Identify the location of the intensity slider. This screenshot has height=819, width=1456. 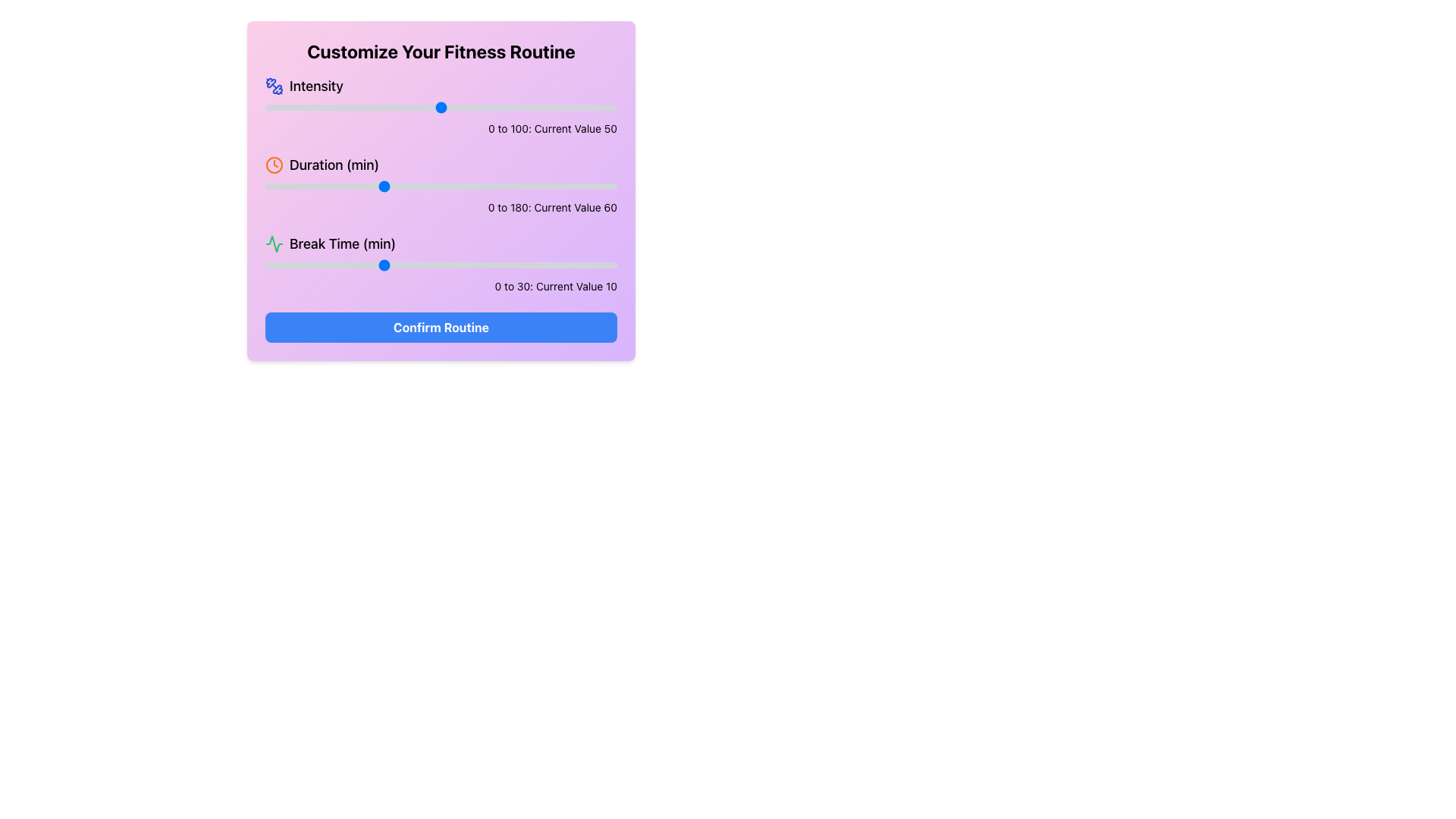
(539, 107).